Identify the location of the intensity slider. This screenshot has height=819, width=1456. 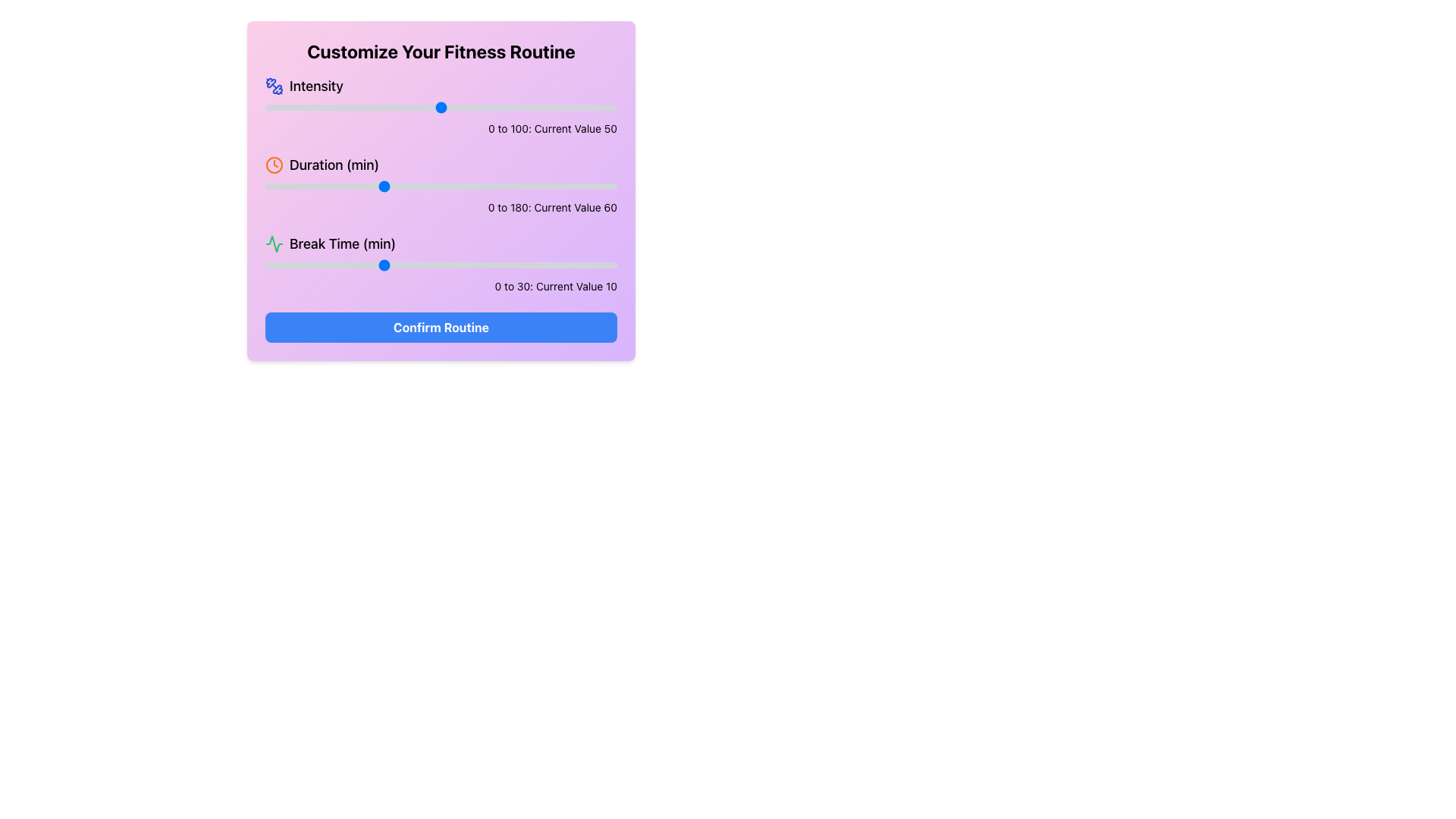
(539, 107).